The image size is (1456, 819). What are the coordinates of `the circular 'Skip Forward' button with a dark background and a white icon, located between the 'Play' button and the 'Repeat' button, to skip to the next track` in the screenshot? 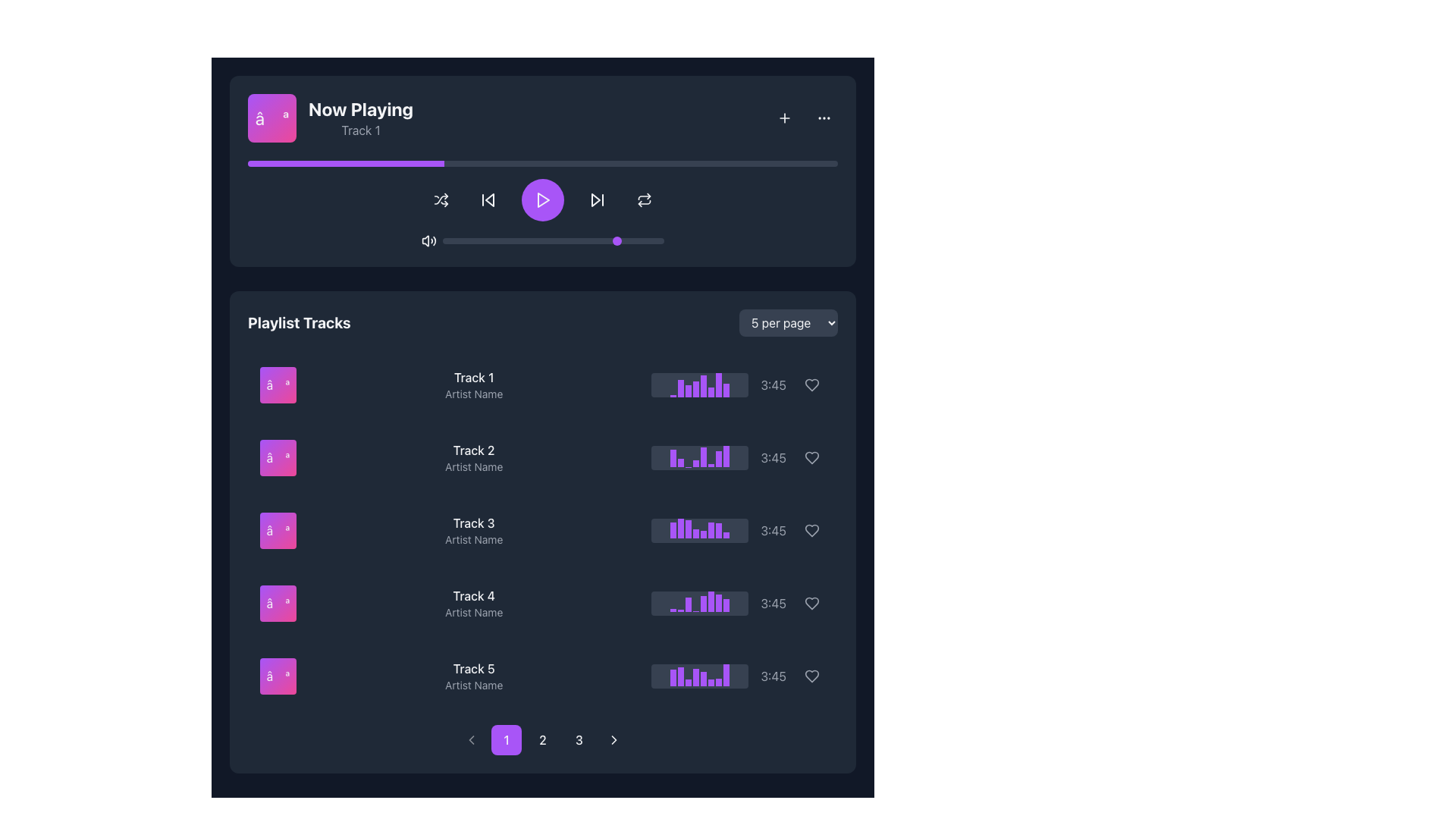 It's located at (596, 199).